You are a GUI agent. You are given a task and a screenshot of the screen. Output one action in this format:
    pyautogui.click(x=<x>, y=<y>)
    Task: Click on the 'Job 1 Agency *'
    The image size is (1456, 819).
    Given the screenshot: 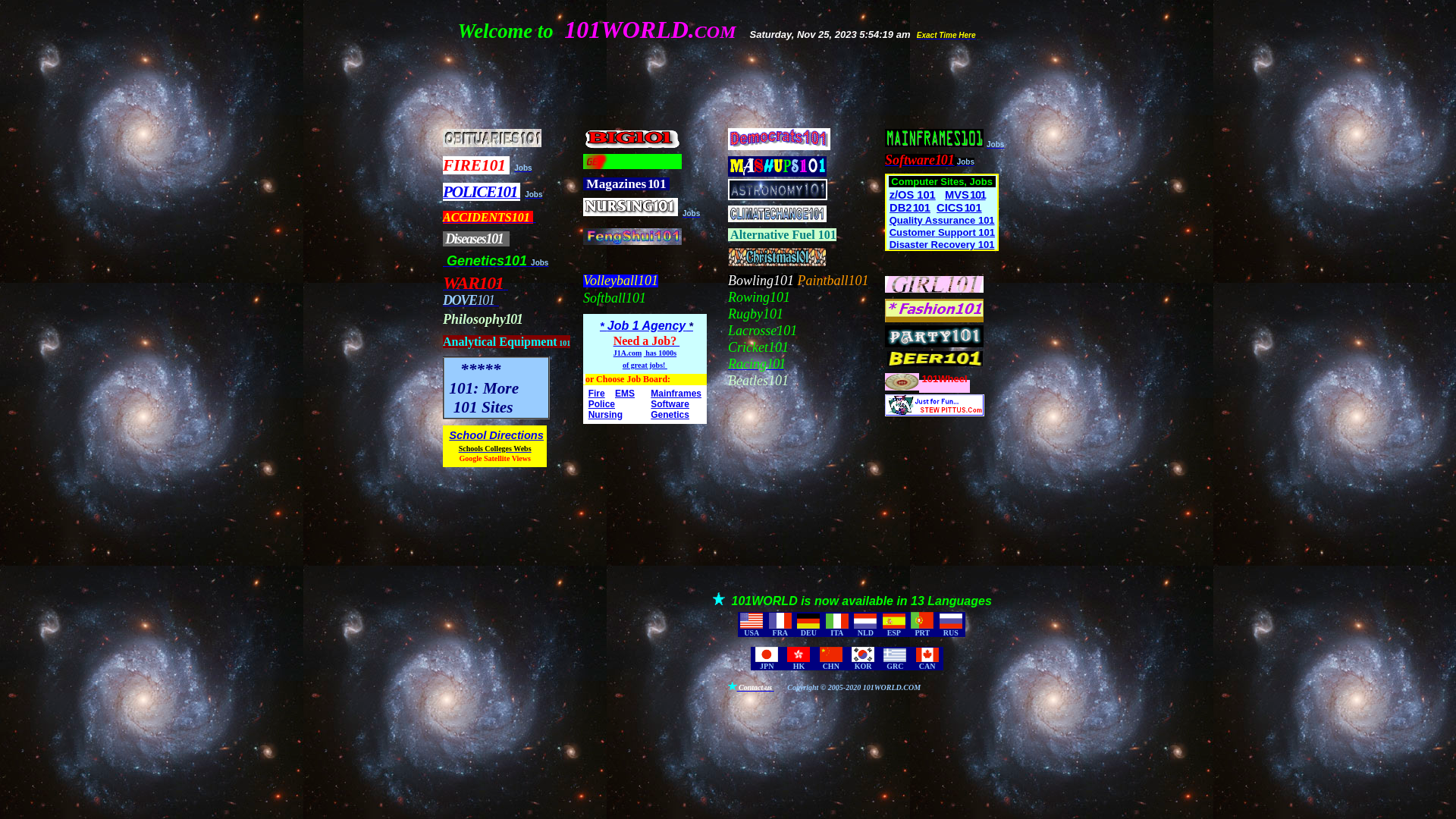 What is the action you would take?
    pyautogui.click(x=650, y=325)
    